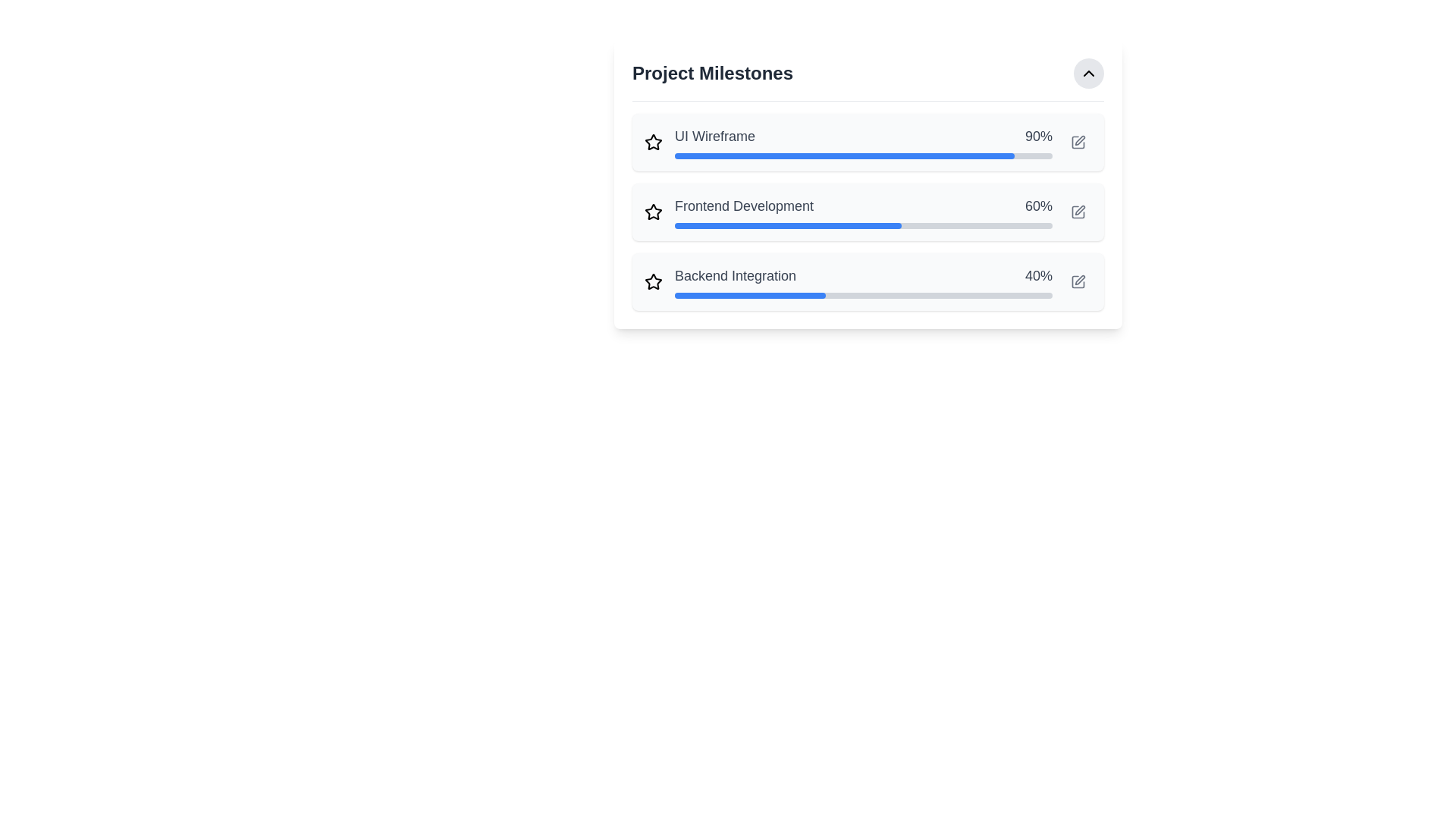 The image size is (1456, 819). Describe the element at coordinates (844, 155) in the screenshot. I see `the horizontal progress bar that is blue and represents the current progress, situated below the text 'UI Wireframe' and adjacent to the label showing '90%'` at that location.